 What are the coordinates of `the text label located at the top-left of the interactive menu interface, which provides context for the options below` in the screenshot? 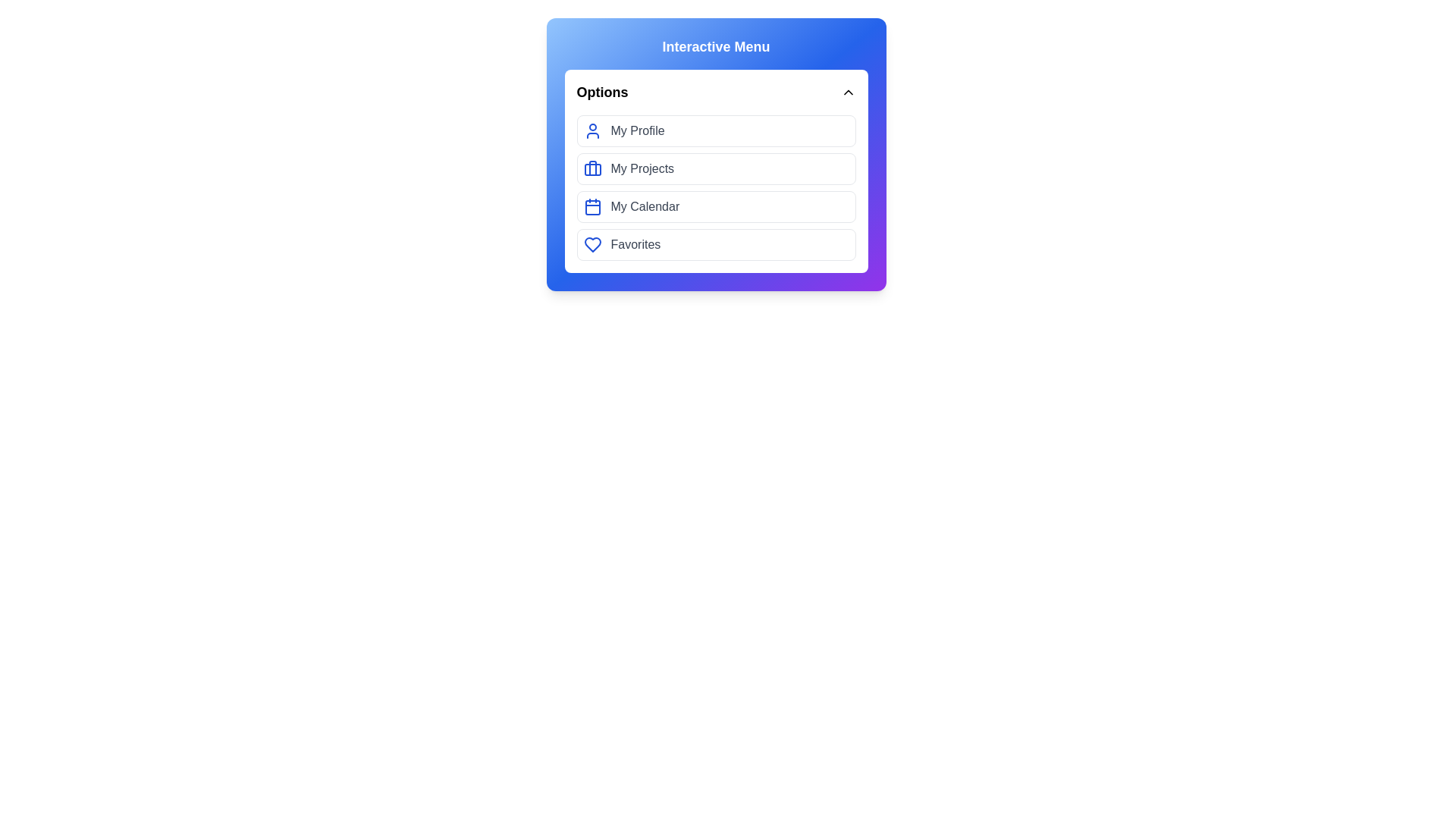 It's located at (601, 93).